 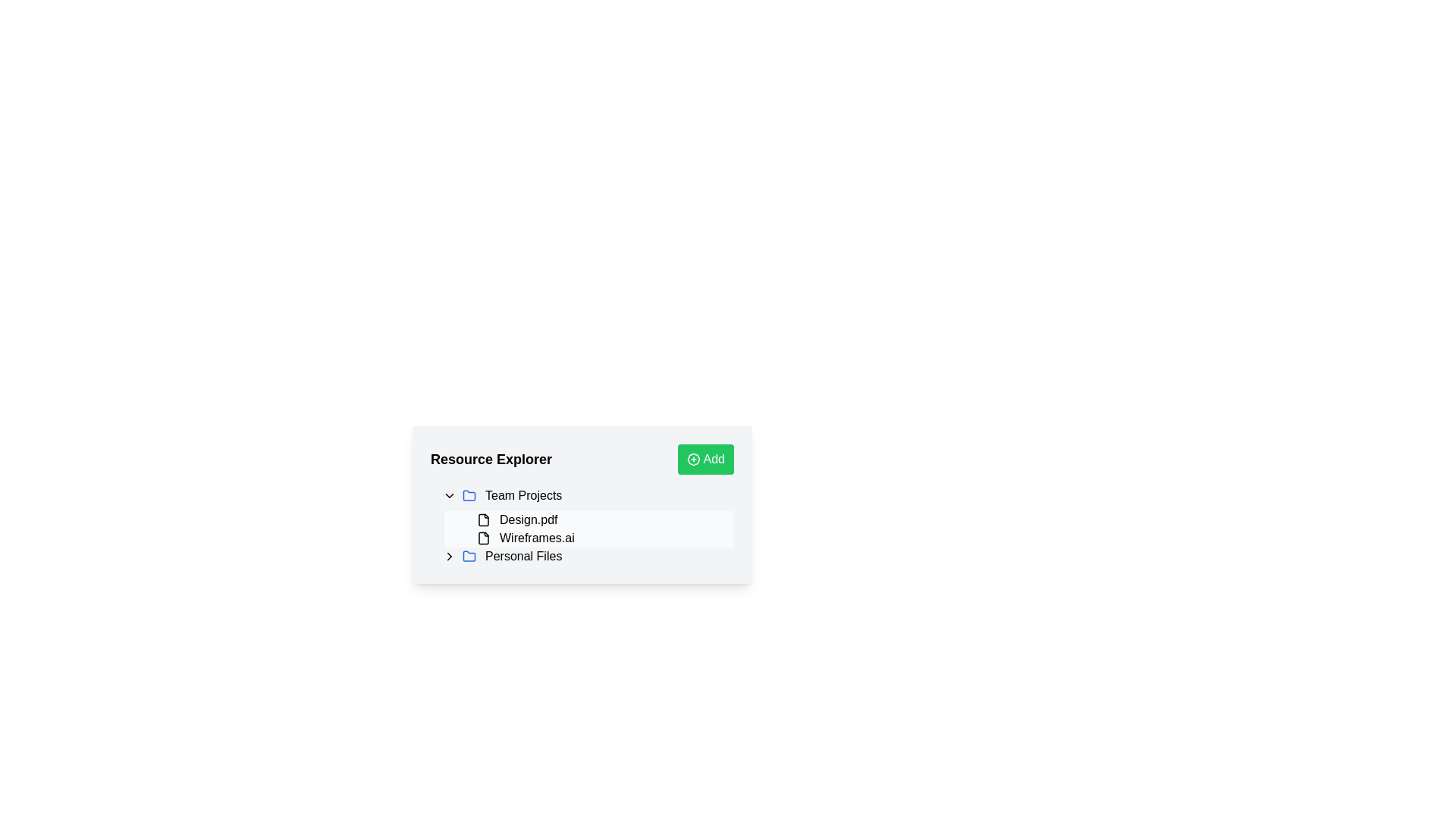 What do you see at coordinates (483, 537) in the screenshot?
I see `the File type icon located next to the 'Wireframes.ai' text file entry` at bounding box center [483, 537].